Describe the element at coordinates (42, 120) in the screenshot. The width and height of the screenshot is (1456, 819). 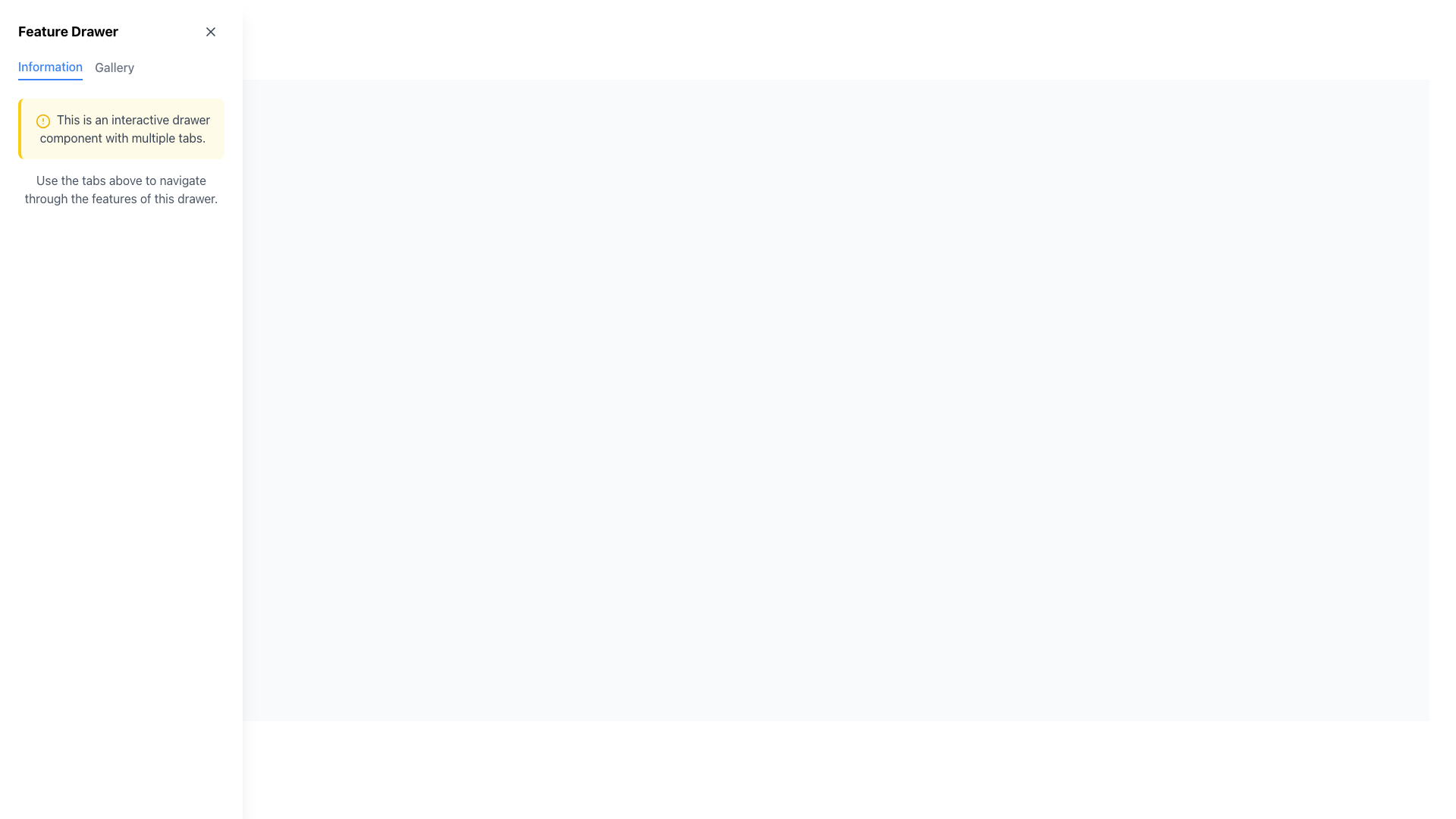
I see `the circular shape in the alert icon, which serves as a visual indicator within the yellow-highlighted message box in the left feature drawer panel` at that location.